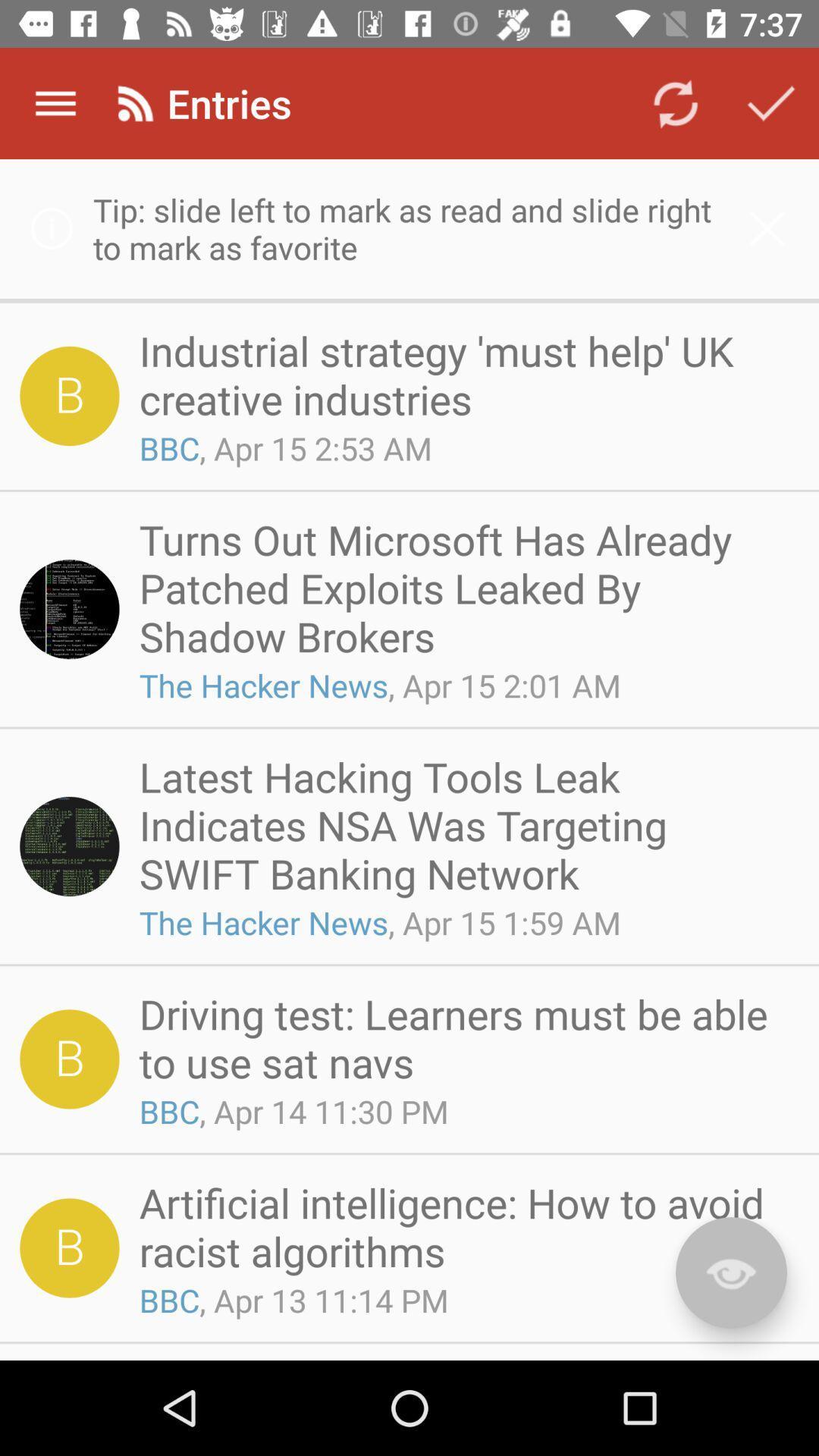 This screenshot has height=1456, width=819. I want to click on the visibility icon, so click(730, 1272).